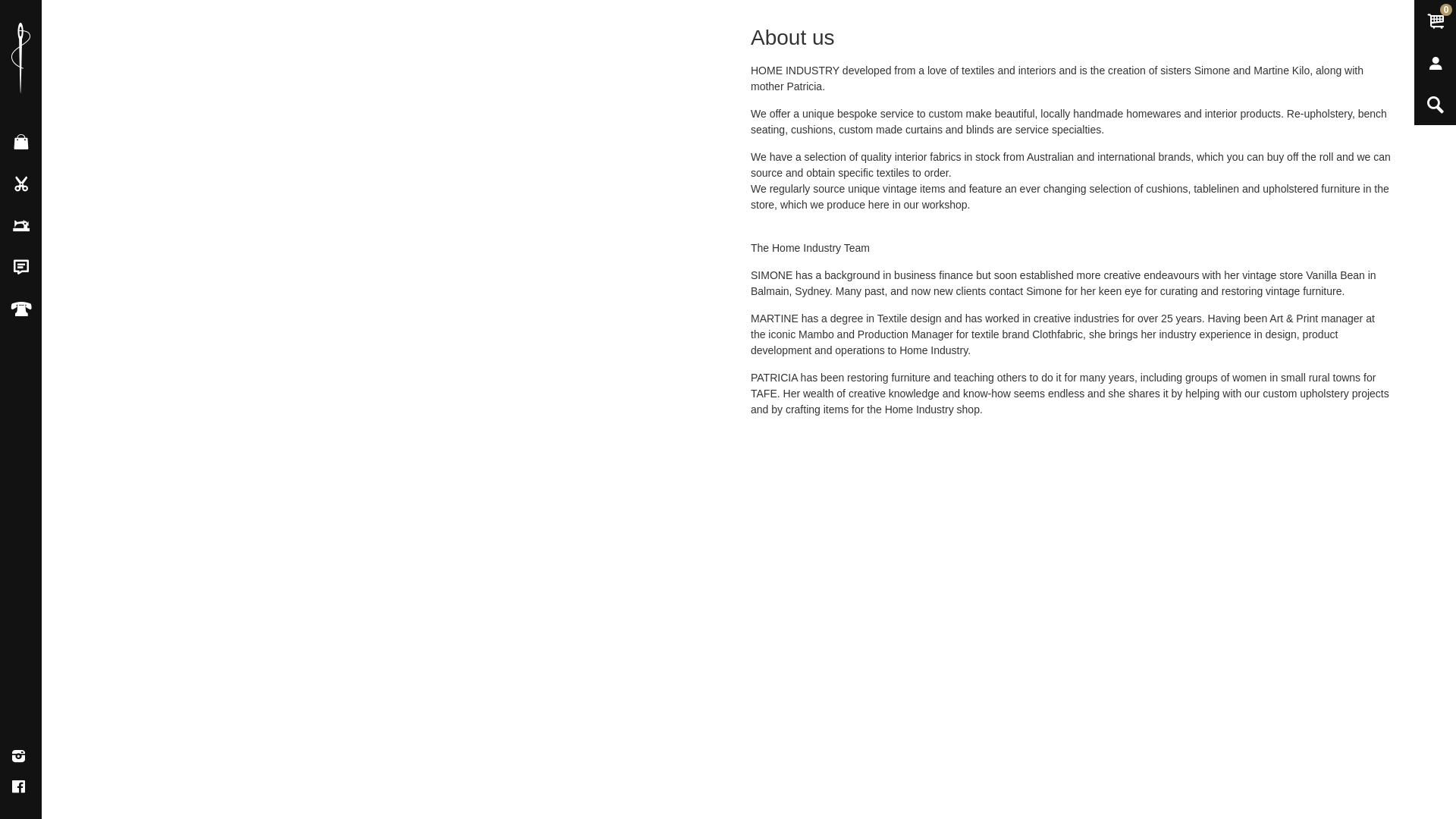  What do you see at coordinates (18, 786) in the screenshot?
I see `'Facebook'` at bounding box center [18, 786].